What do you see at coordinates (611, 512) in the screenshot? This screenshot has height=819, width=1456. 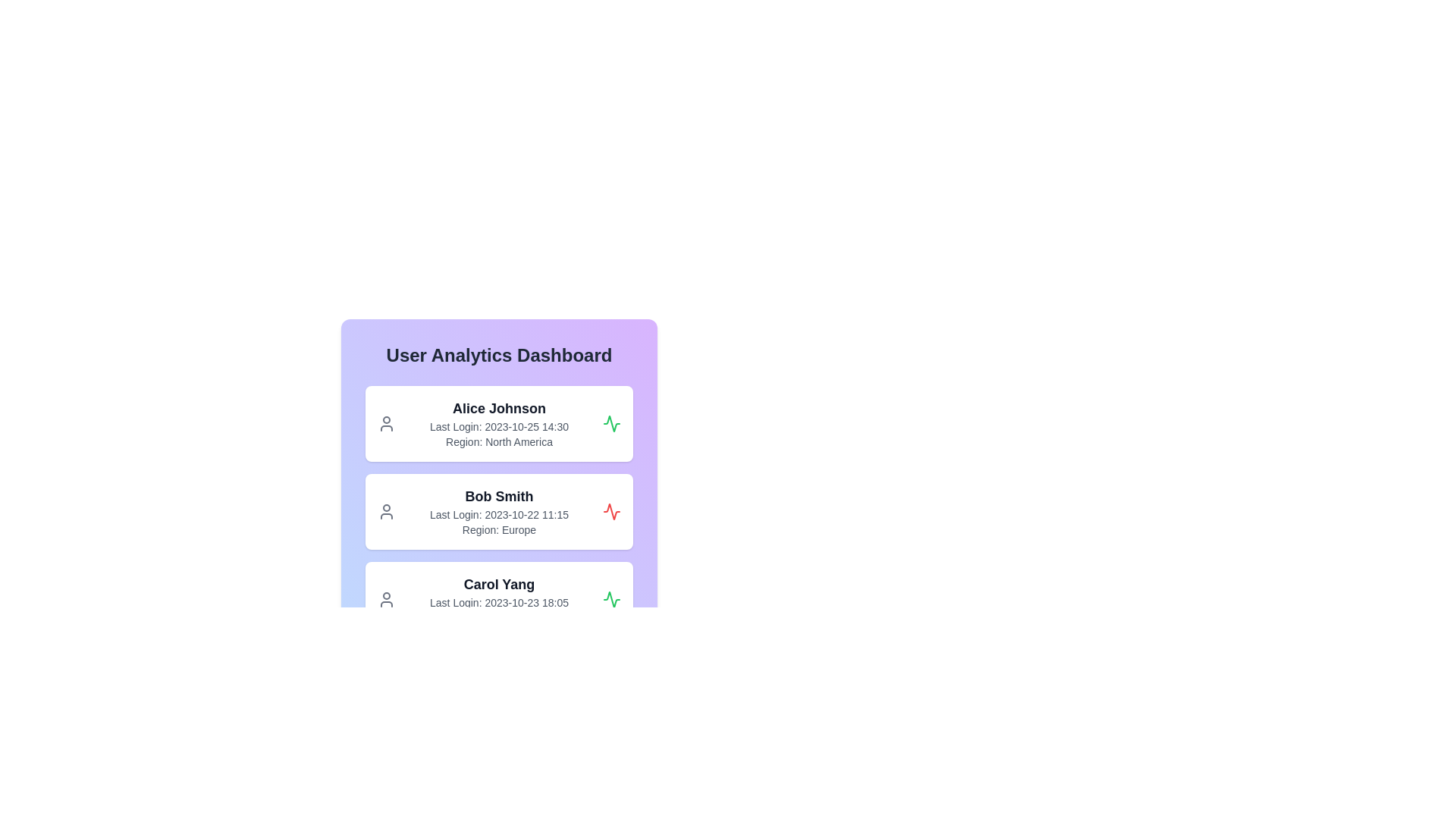 I see `the status indicator icon located to the right of the text 'Bob Smith - Last Login: 2023-10-22 11:15 - Region: Europe'` at bounding box center [611, 512].